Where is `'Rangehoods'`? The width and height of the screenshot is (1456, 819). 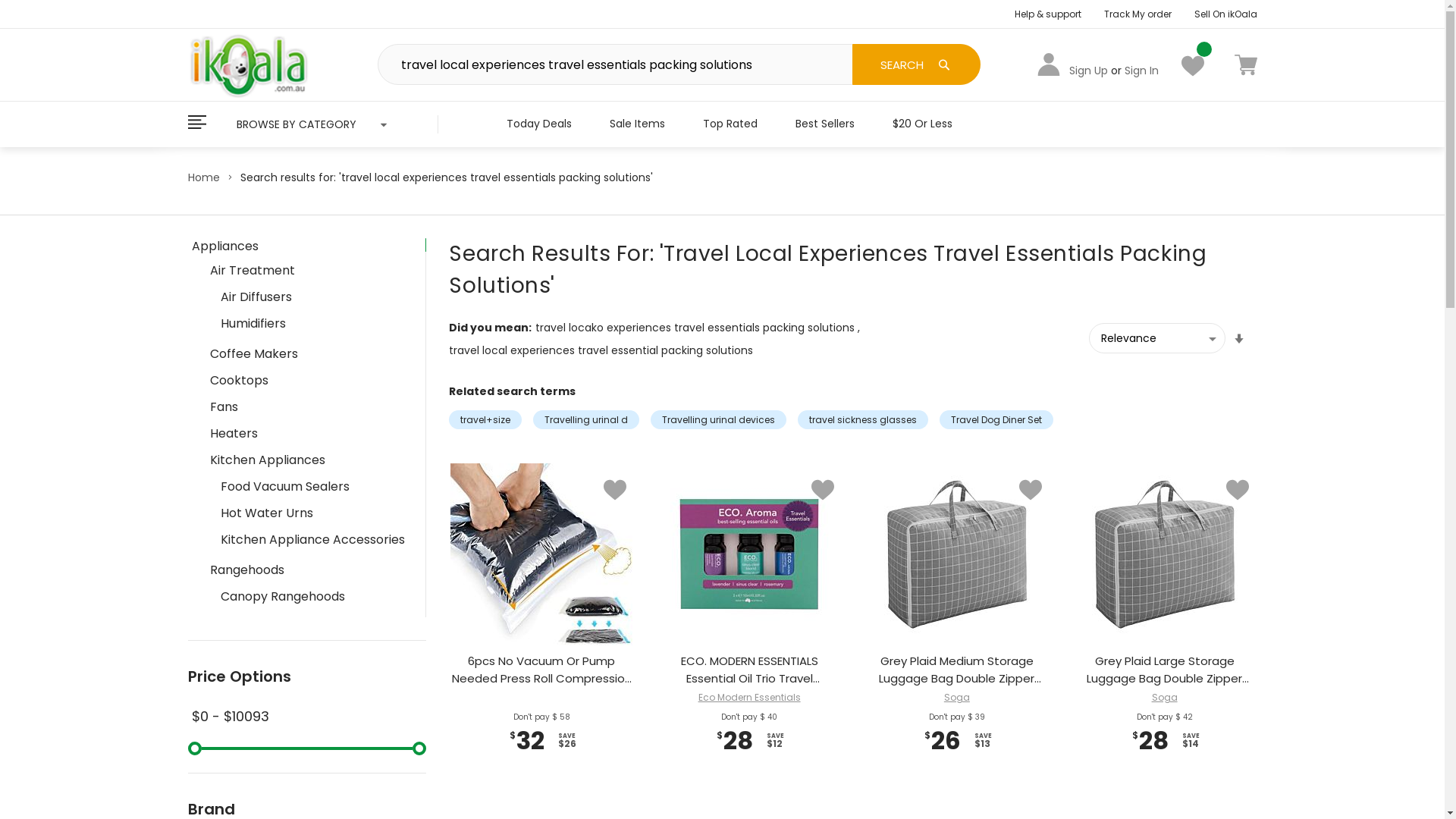 'Rangehoods' is located at coordinates (309, 570).